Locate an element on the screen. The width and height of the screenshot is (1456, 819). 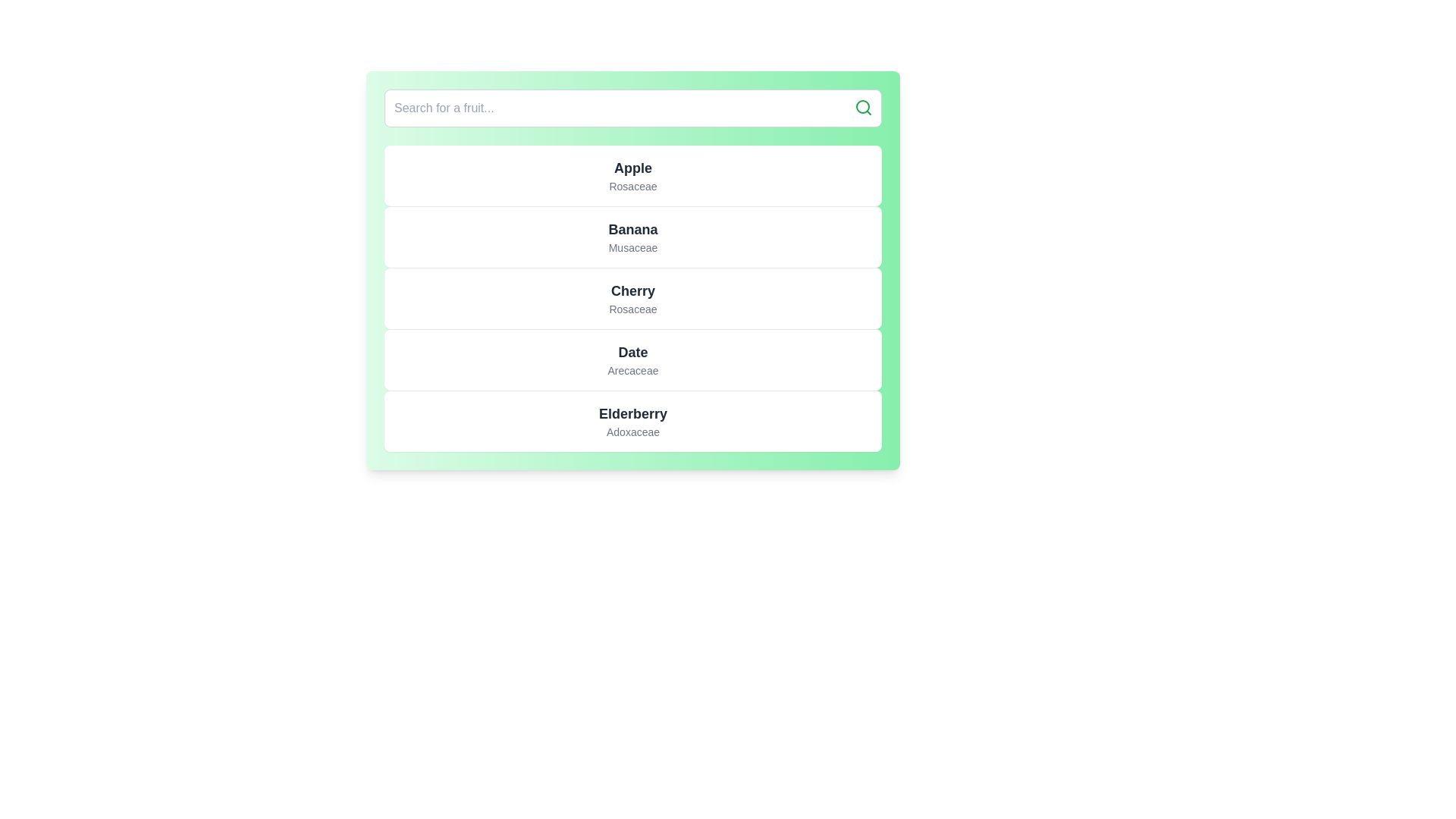
the text label 'Rosaceae', which is displayed in a smaller, lighter gray font below the bold text 'Apple' within a card-like list item is located at coordinates (633, 186).